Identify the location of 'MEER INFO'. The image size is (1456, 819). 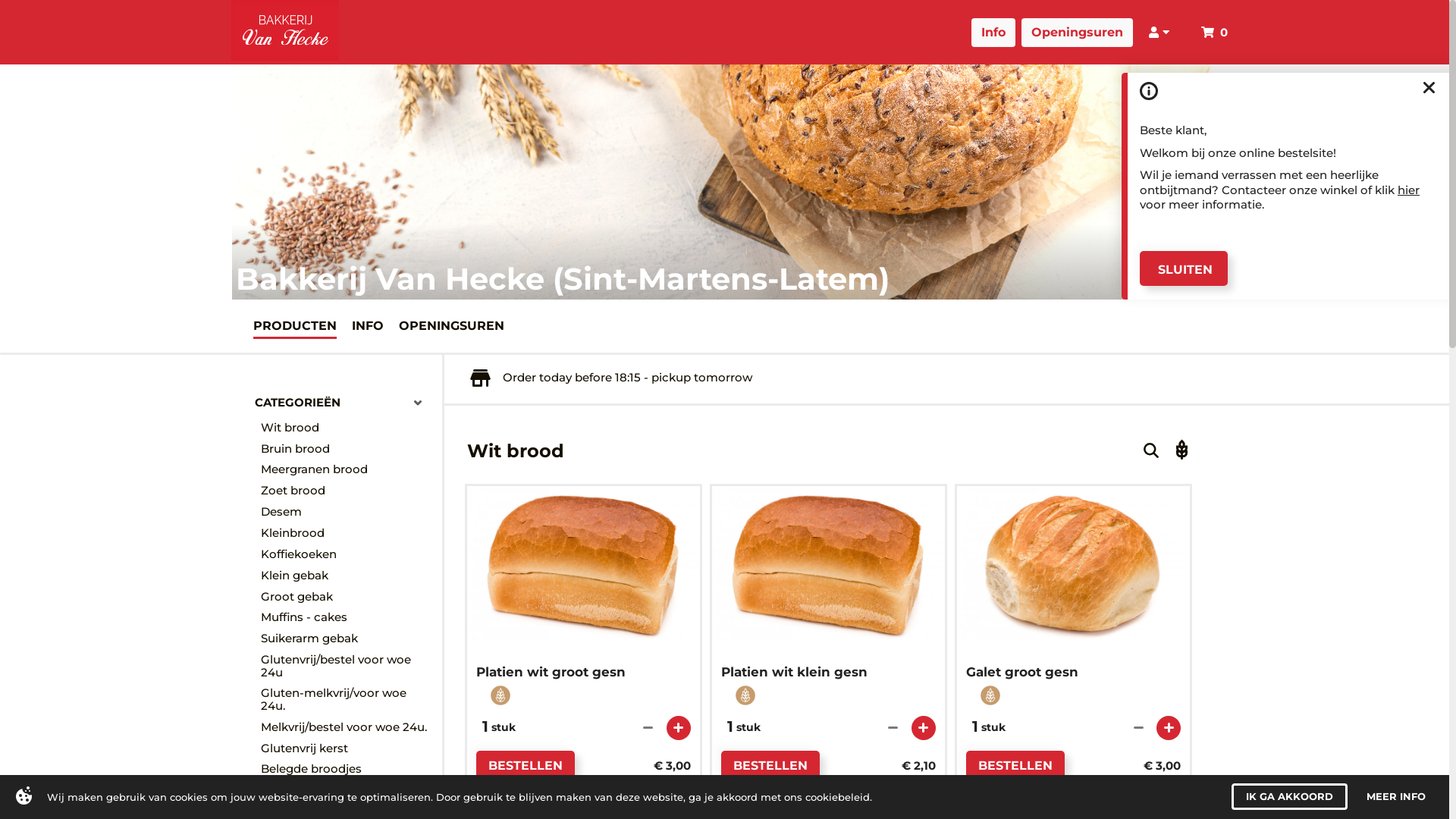
(1395, 795).